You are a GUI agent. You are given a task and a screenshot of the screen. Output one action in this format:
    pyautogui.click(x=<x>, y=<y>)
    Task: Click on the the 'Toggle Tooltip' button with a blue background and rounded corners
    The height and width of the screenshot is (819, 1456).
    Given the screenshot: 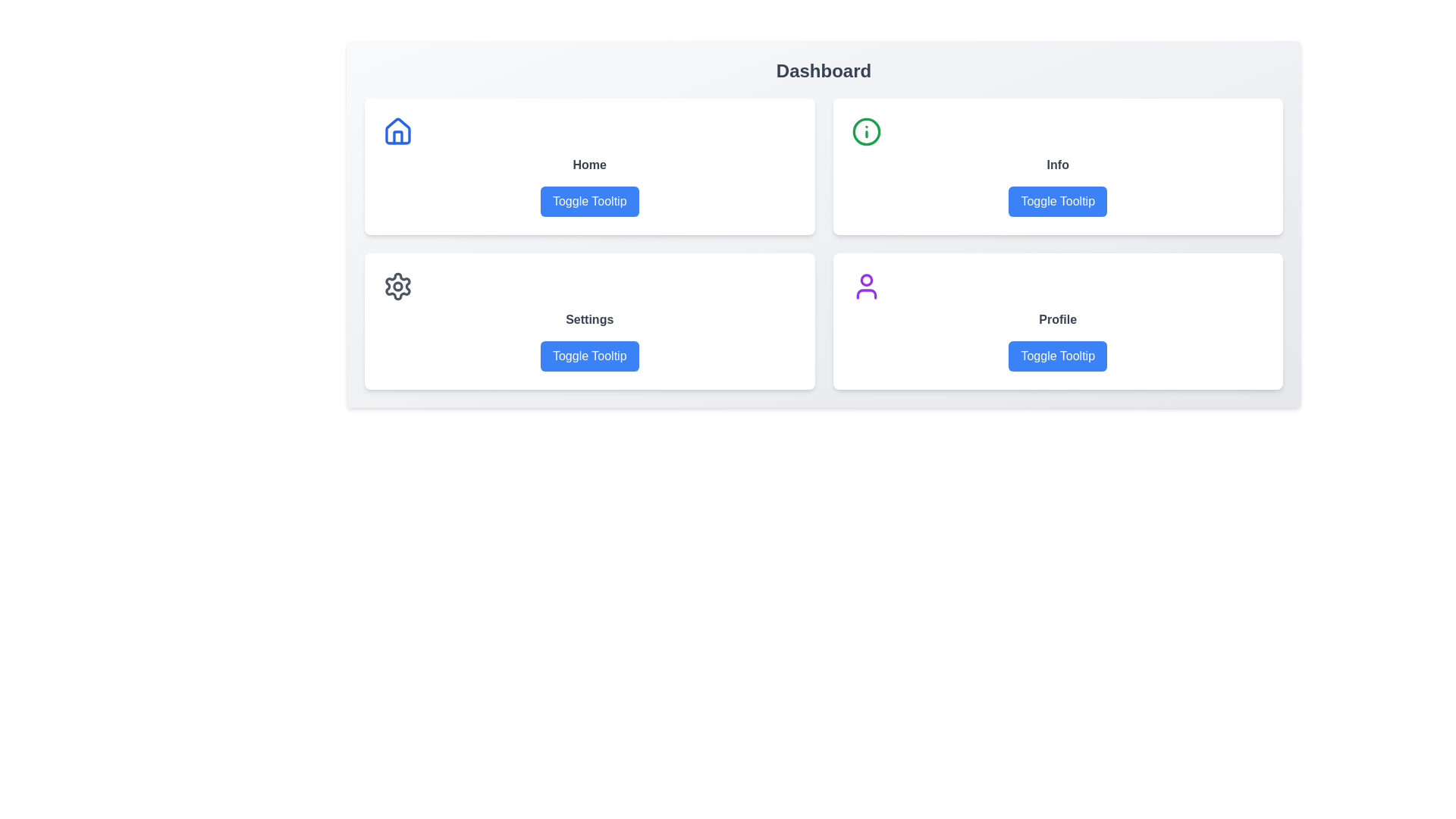 What is the action you would take?
    pyautogui.click(x=1057, y=201)
    